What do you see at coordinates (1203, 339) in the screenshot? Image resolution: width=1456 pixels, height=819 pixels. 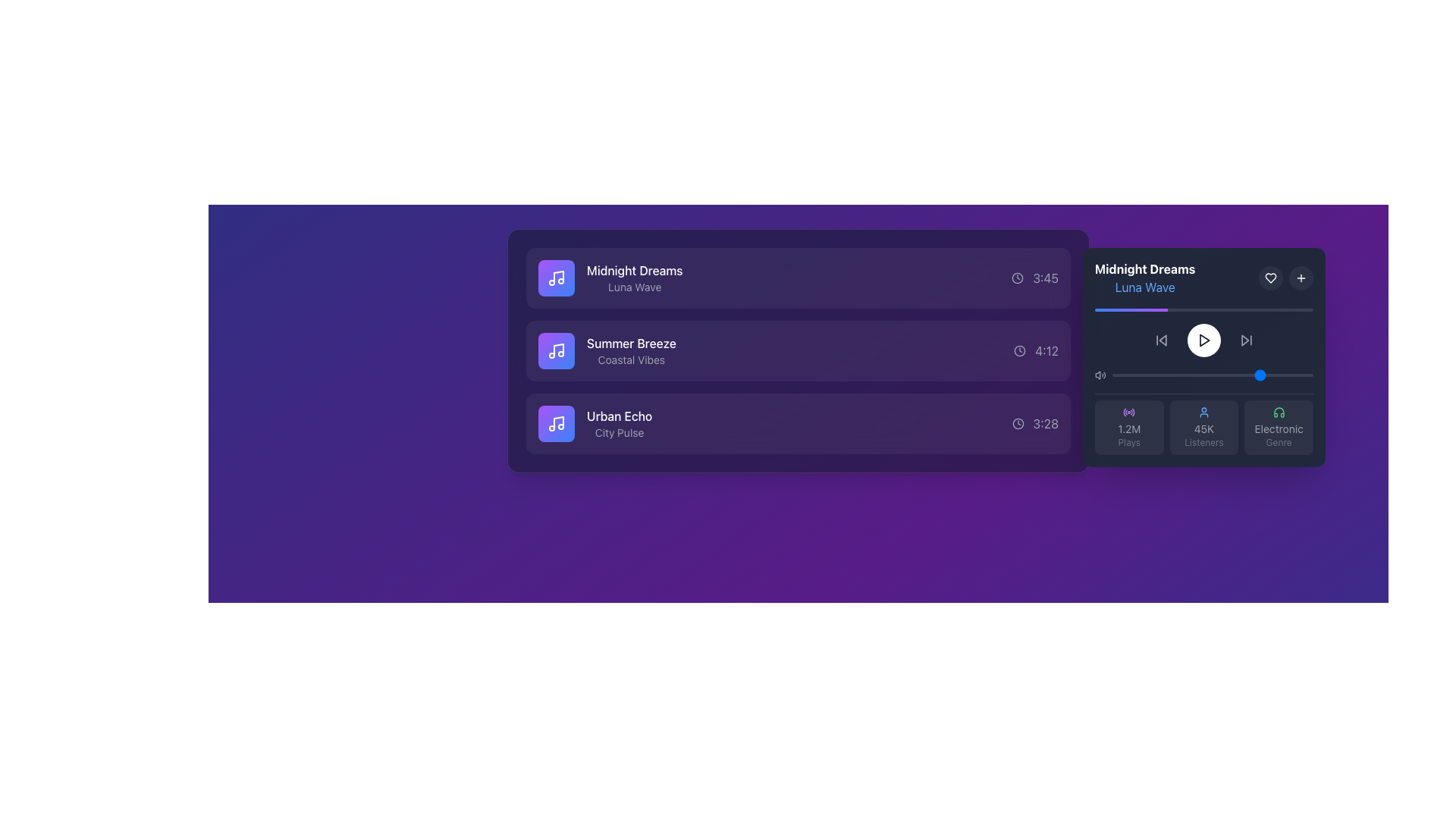 I see `the SVG Play Button located centrally within the music player interface` at bounding box center [1203, 339].